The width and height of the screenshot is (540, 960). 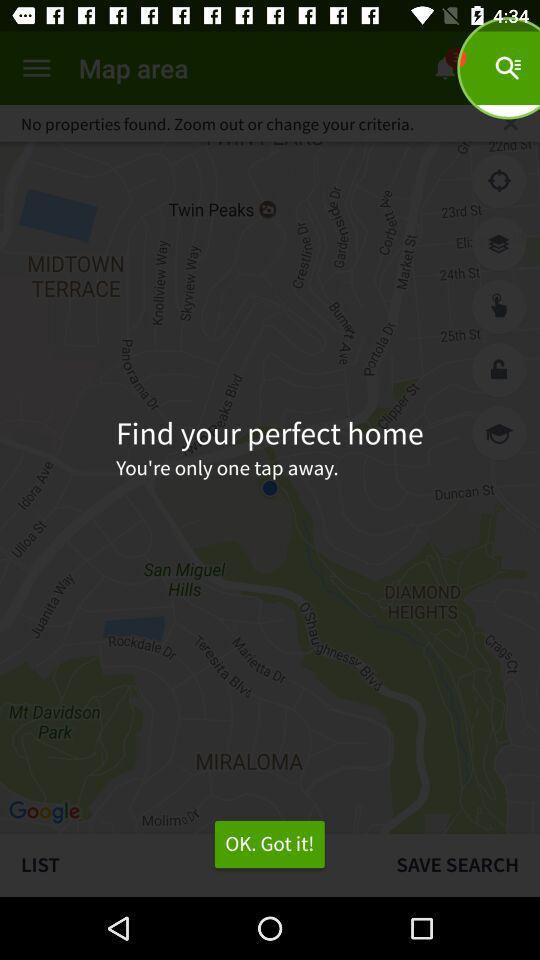 What do you see at coordinates (36, 68) in the screenshot?
I see `the item to the left of map area` at bounding box center [36, 68].